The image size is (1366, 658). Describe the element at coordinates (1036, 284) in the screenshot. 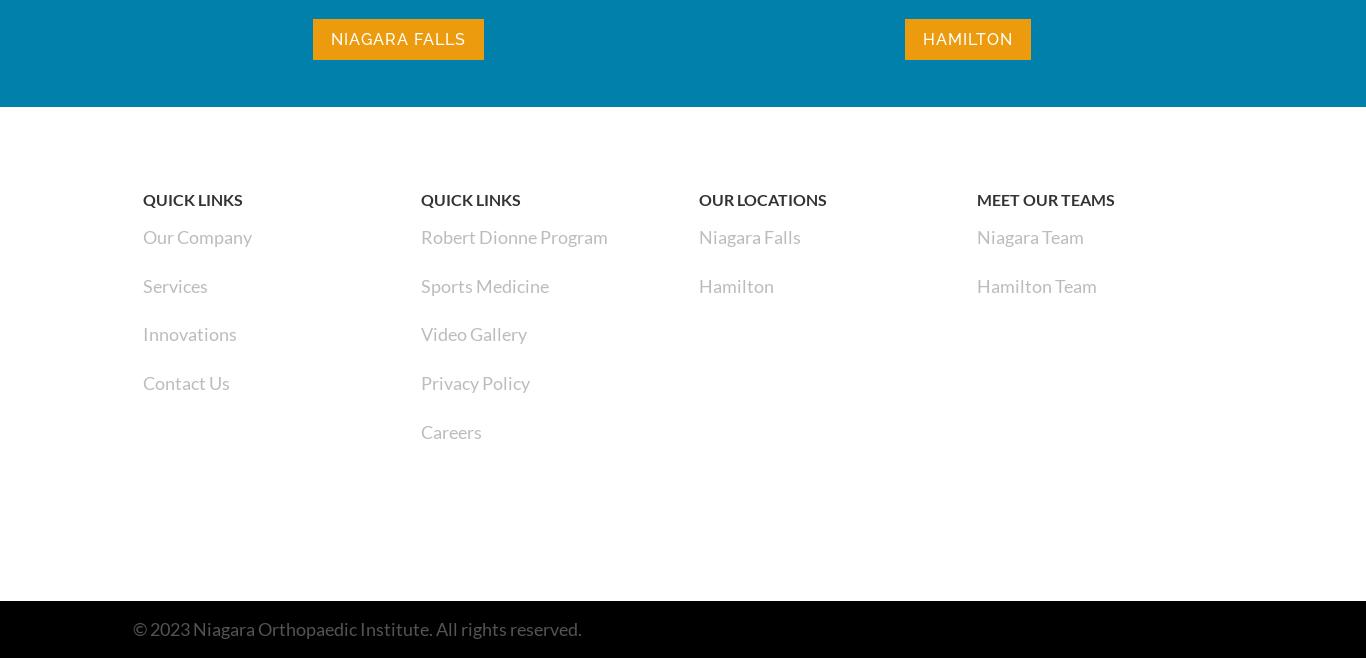

I see `'Hamilton Team'` at that location.